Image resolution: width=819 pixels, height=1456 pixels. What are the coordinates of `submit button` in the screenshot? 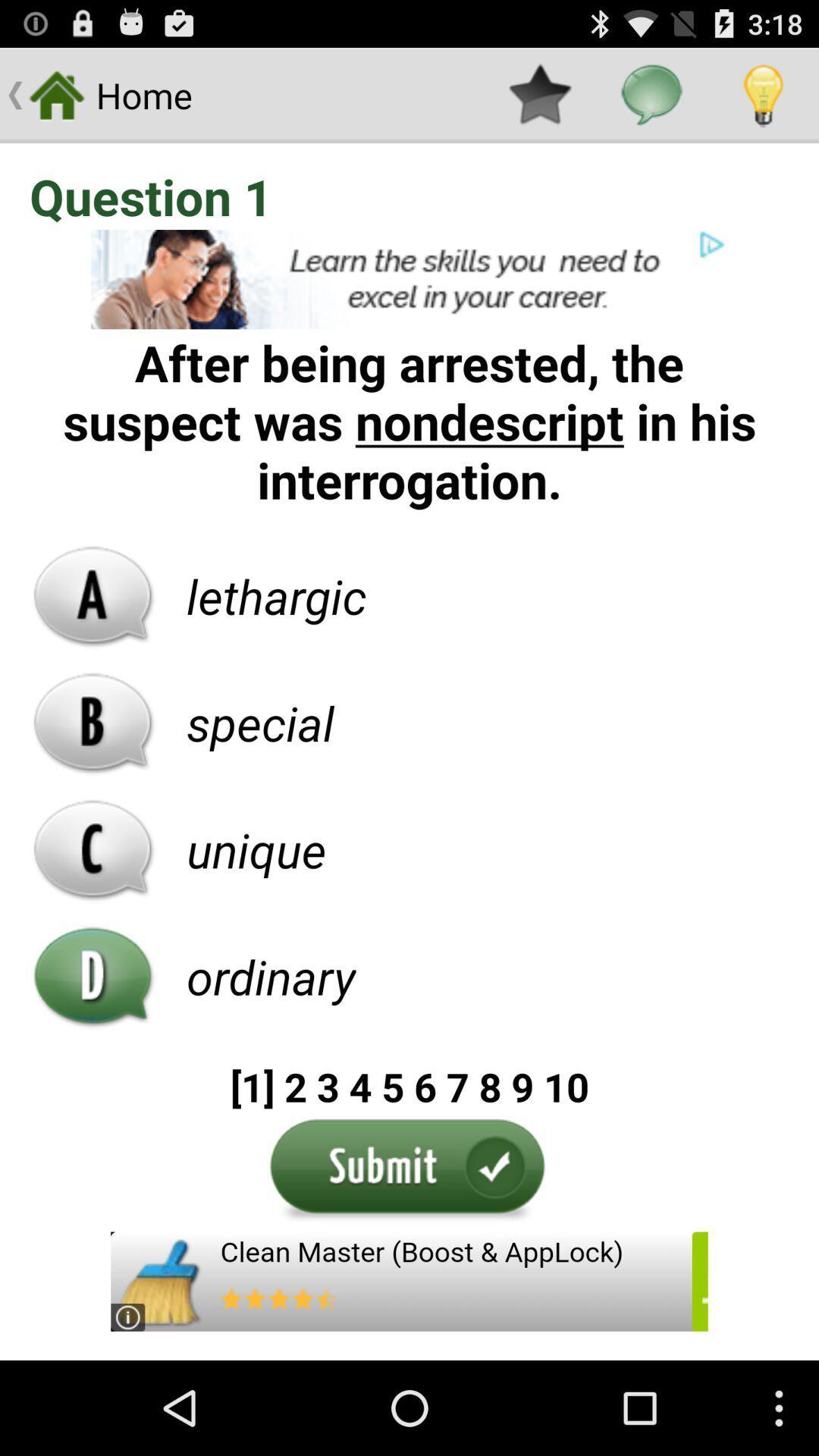 It's located at (409, 1171).